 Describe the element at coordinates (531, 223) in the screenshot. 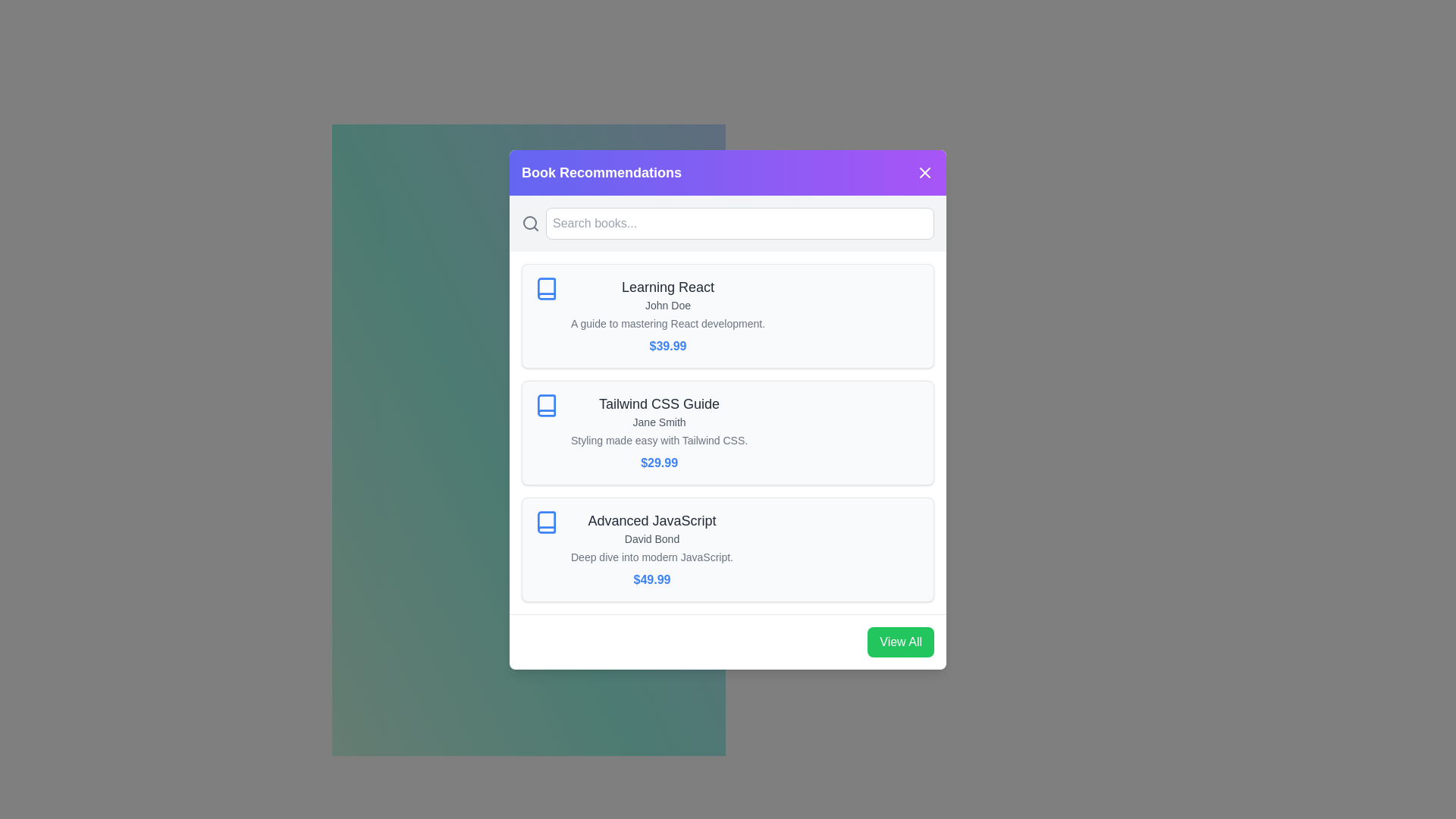

I see `the magnifying glass icon representing the search function, which is located to the left of the search input field` at that location.